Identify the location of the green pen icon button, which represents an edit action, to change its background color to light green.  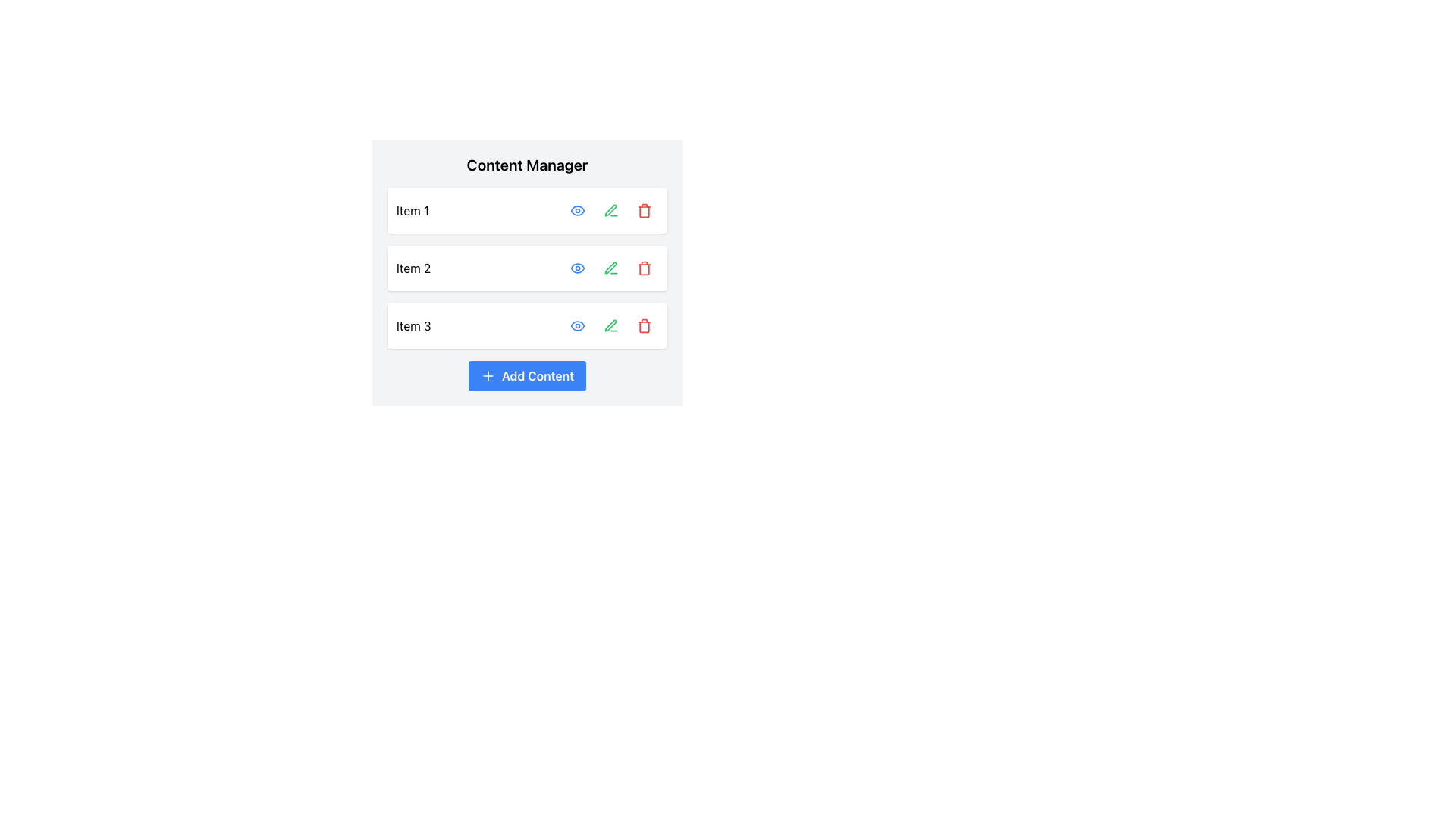
(611, 325).